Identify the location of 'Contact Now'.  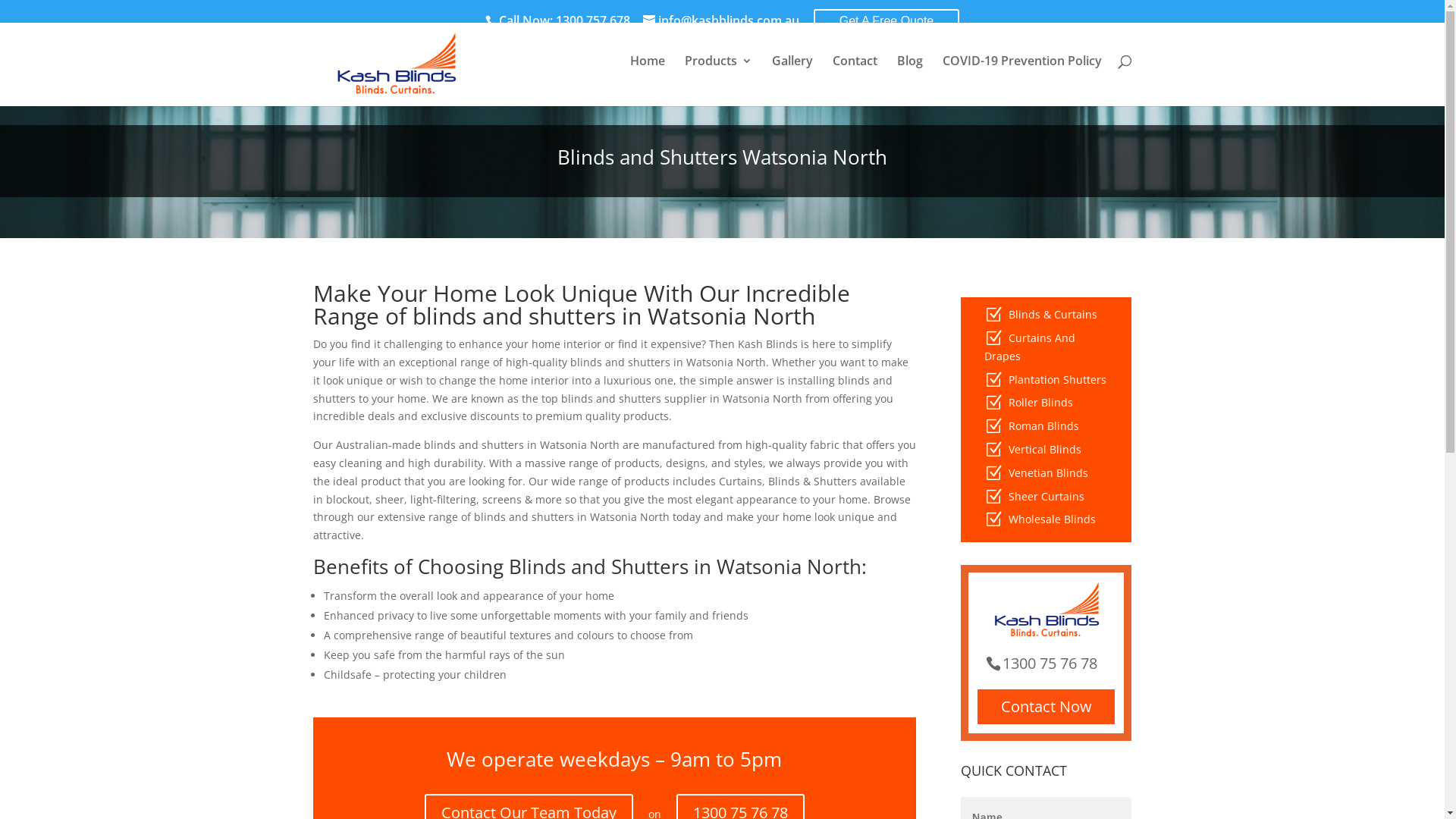
(1045, 707).